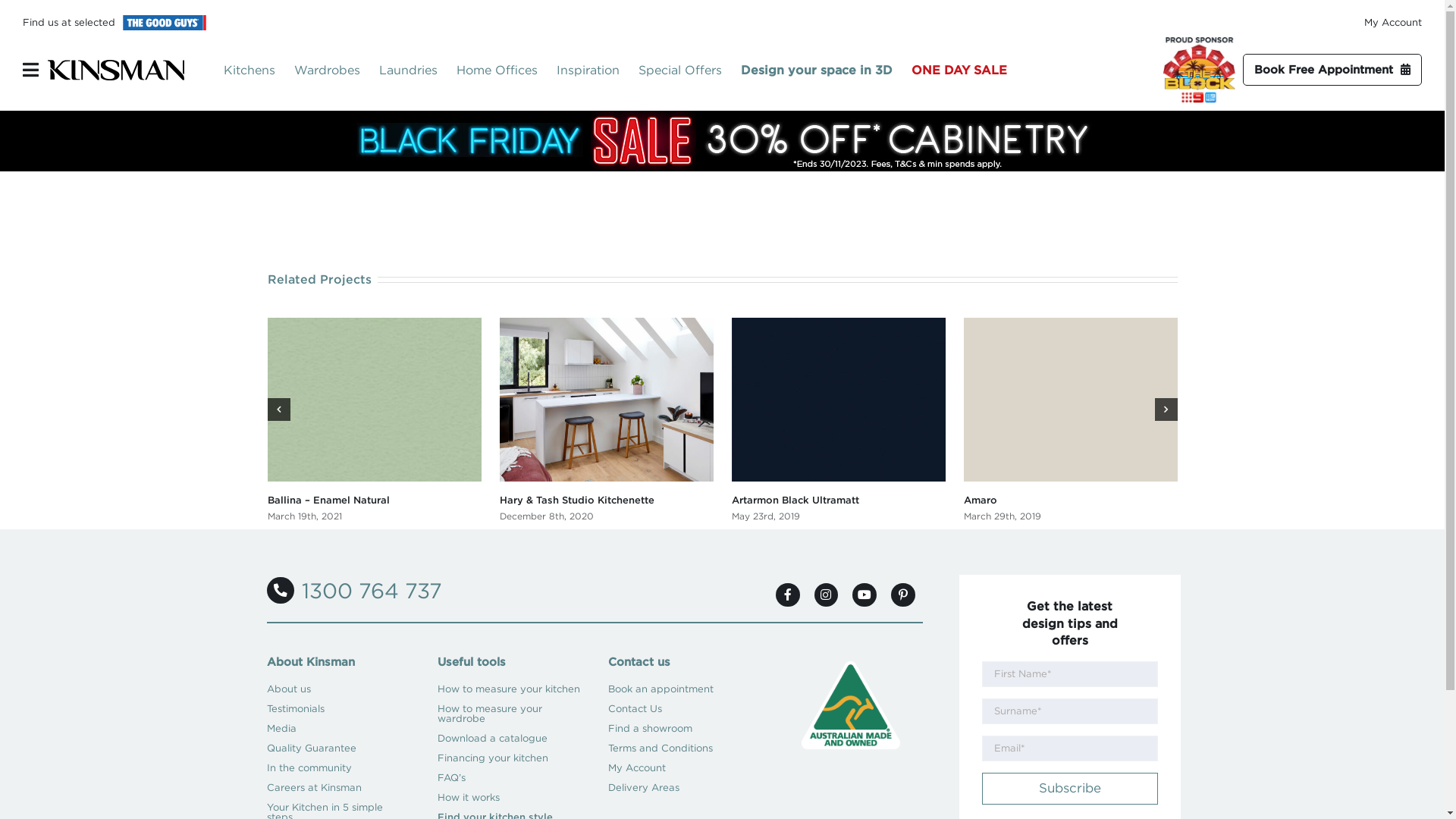 Image resolution: width=1456 pixels, height=819 pixels. I want to click on 'My Account', so click(1393, 22).